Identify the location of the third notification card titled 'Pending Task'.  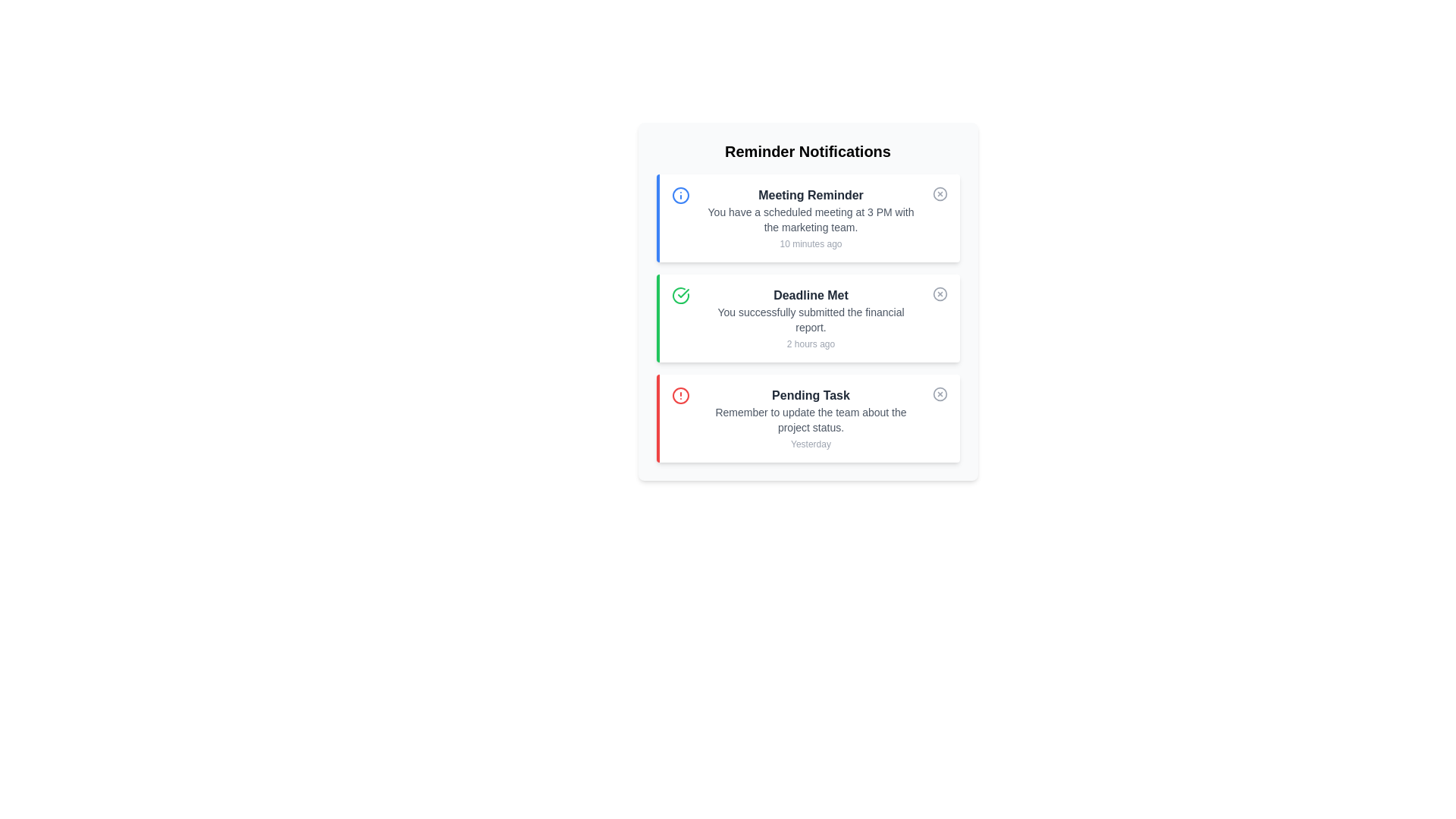
(807, 418).